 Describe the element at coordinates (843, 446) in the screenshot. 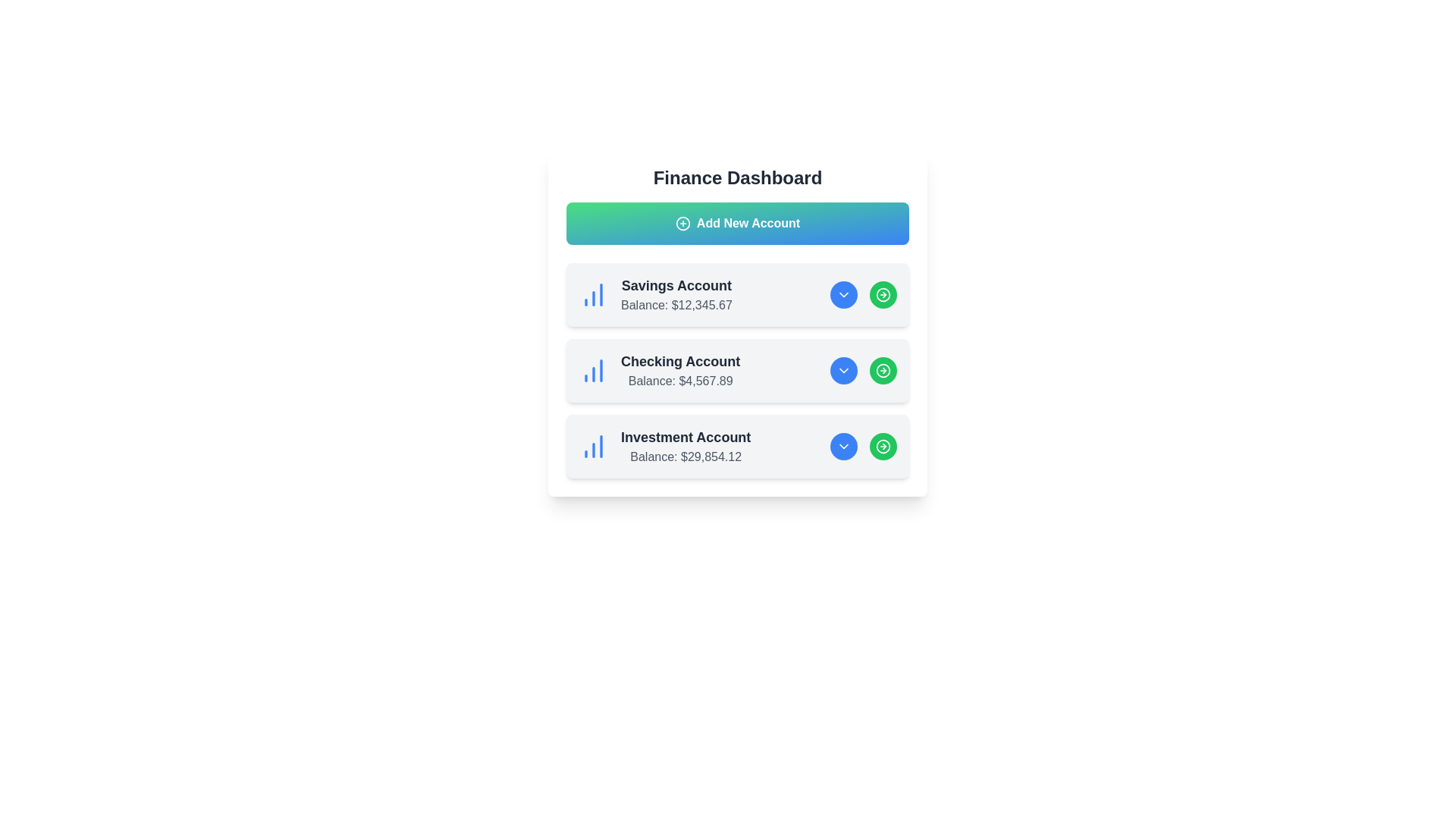

I see `the dropdown icon next to the Investment Account account to expand its details` at that location.